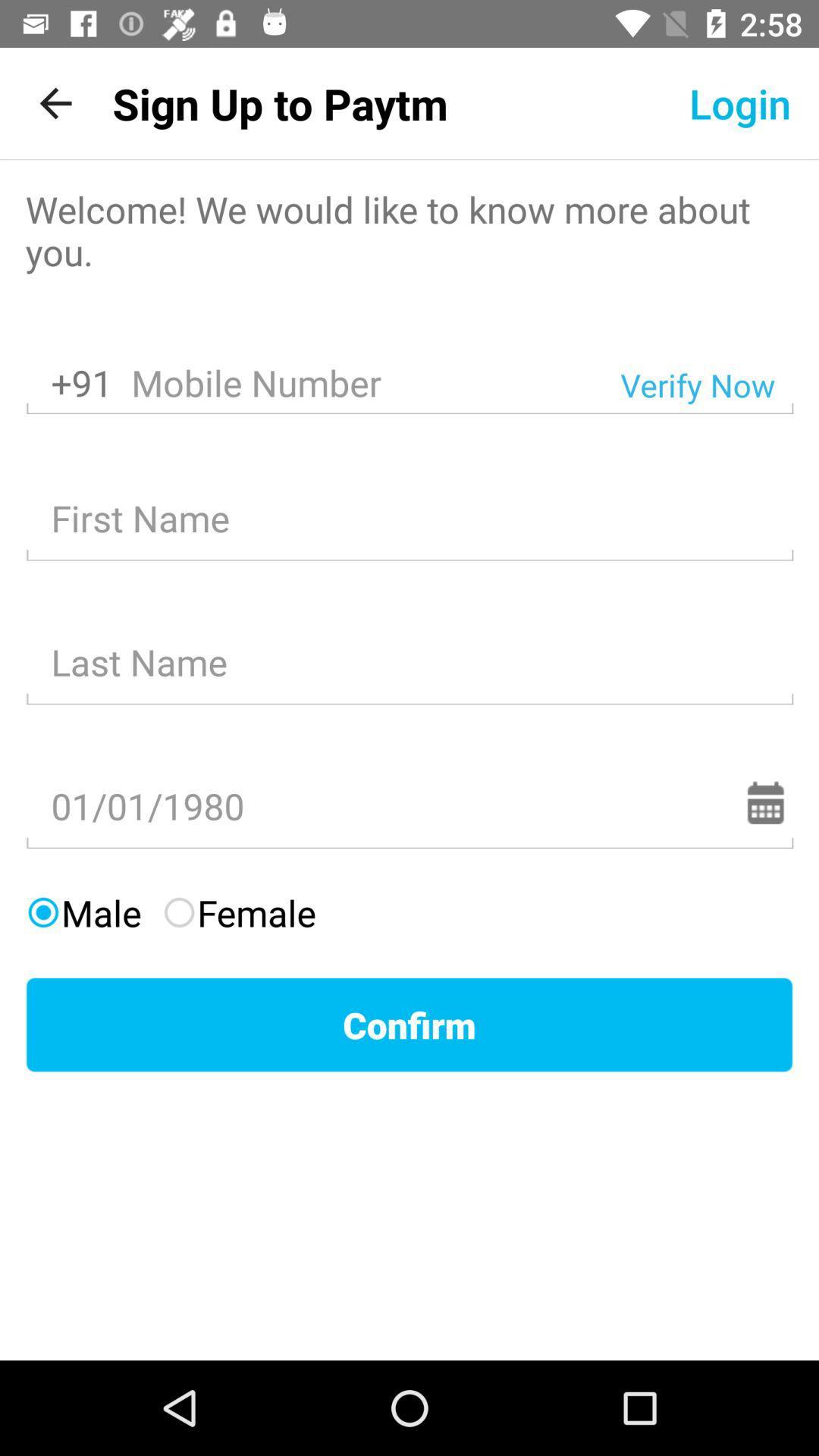  I want to click on male, so click(83, 912).